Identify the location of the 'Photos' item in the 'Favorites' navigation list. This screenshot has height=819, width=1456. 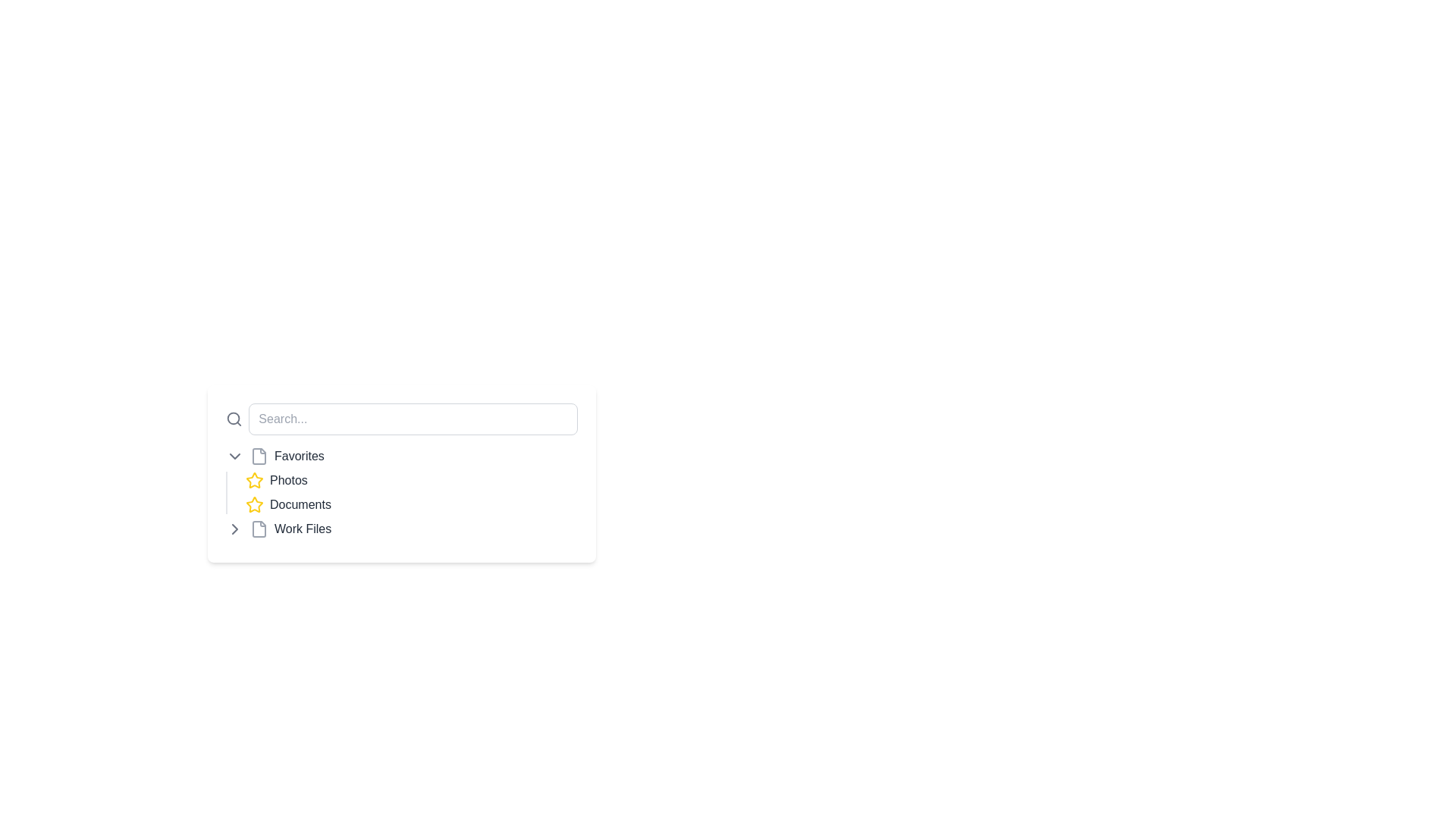
(401, 493).